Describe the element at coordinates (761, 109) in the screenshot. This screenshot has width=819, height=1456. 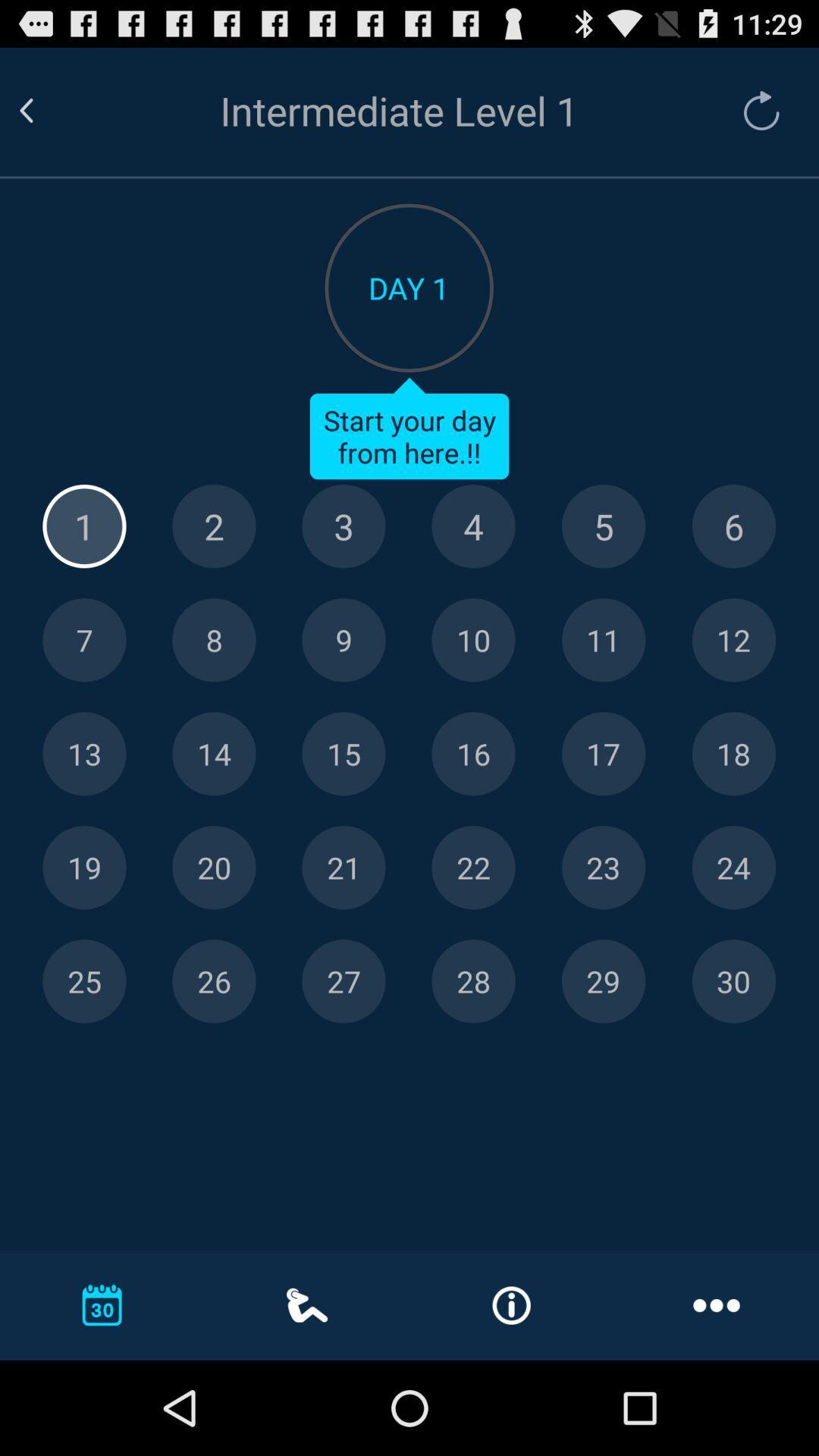
I see `refresh icon which is at the top right side of the page` at that location.